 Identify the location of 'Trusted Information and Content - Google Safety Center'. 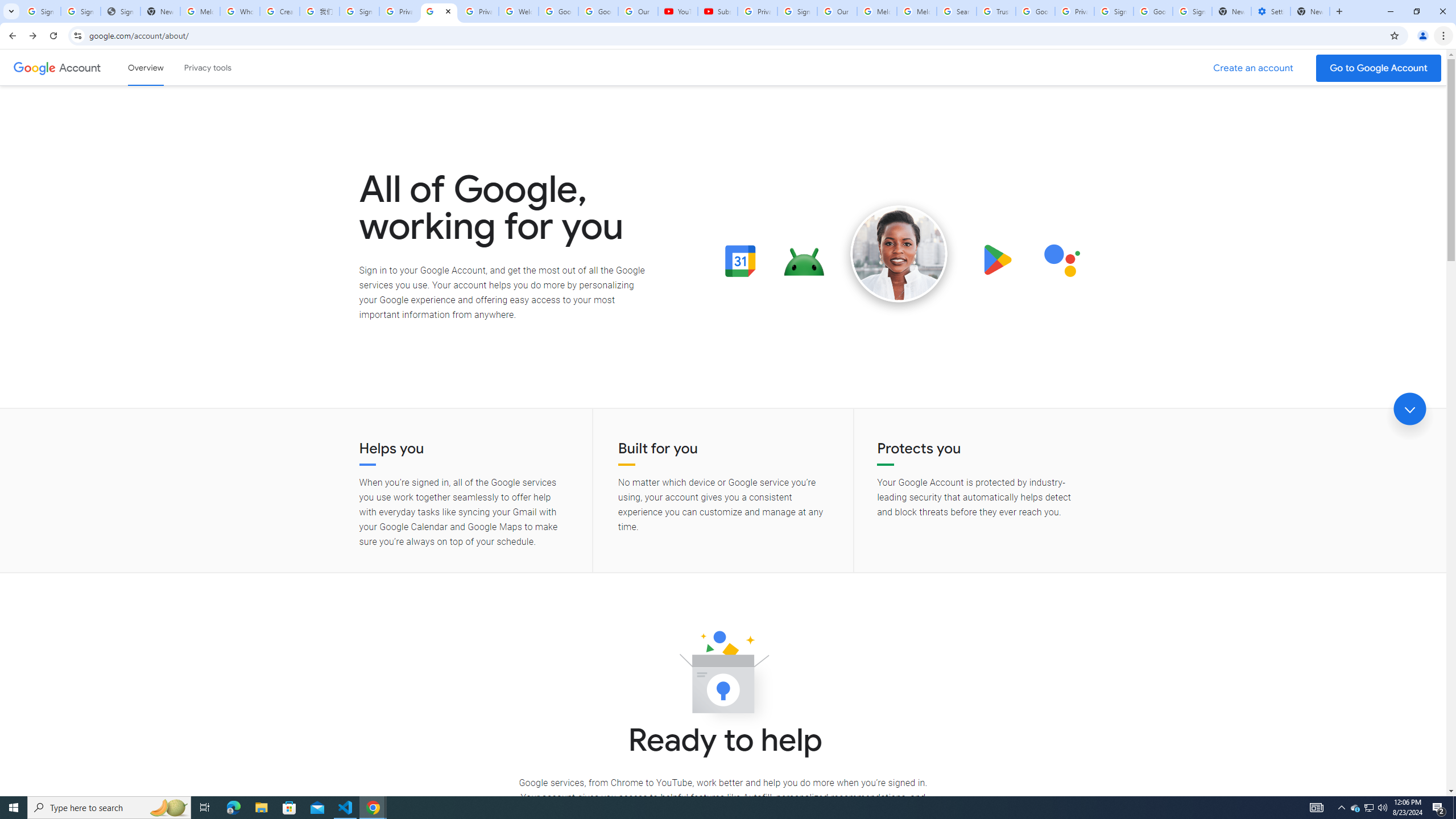
(995, 11).